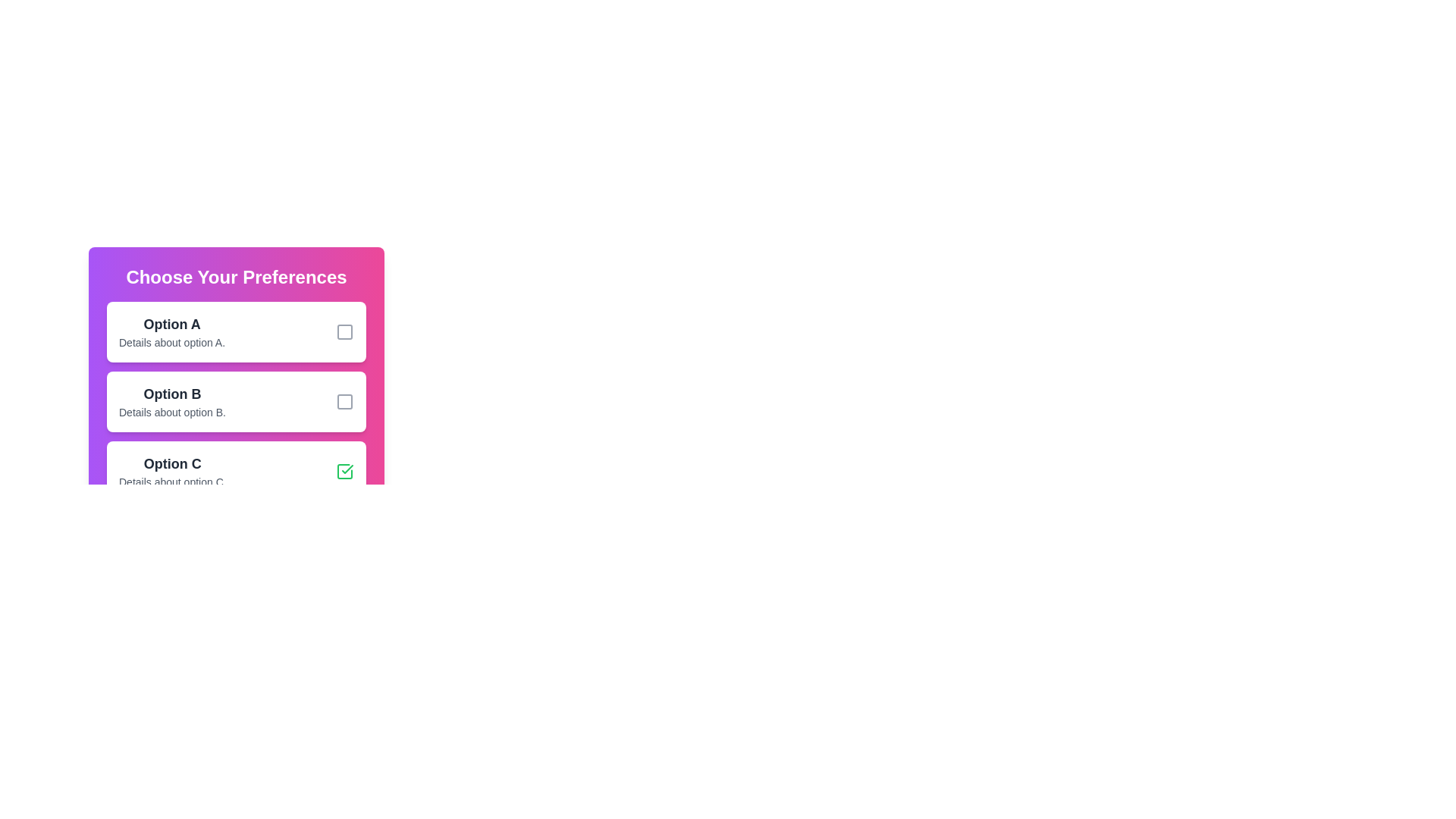 This screenshot has height=819, width=1456. I want to click on the text label that reads 'Details about option B.' which is located under the bold title 'Option B', so click(172, 412).